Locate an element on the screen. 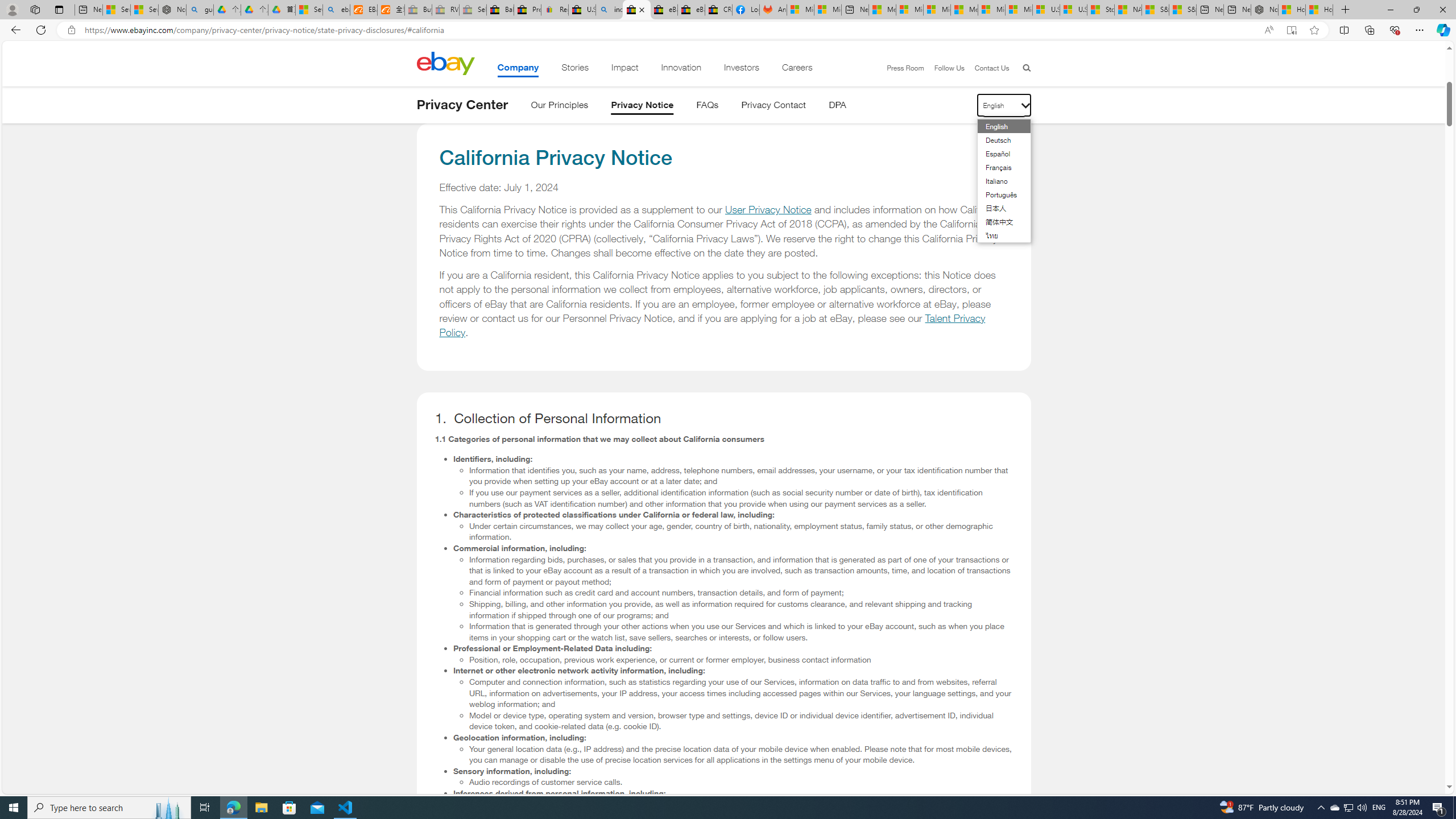 Image resolution: width=1456 pixels, height=819 pixels. 'Read aloud this page (Ctrl+Shift+U)' is located at coordinates (1268, 30).